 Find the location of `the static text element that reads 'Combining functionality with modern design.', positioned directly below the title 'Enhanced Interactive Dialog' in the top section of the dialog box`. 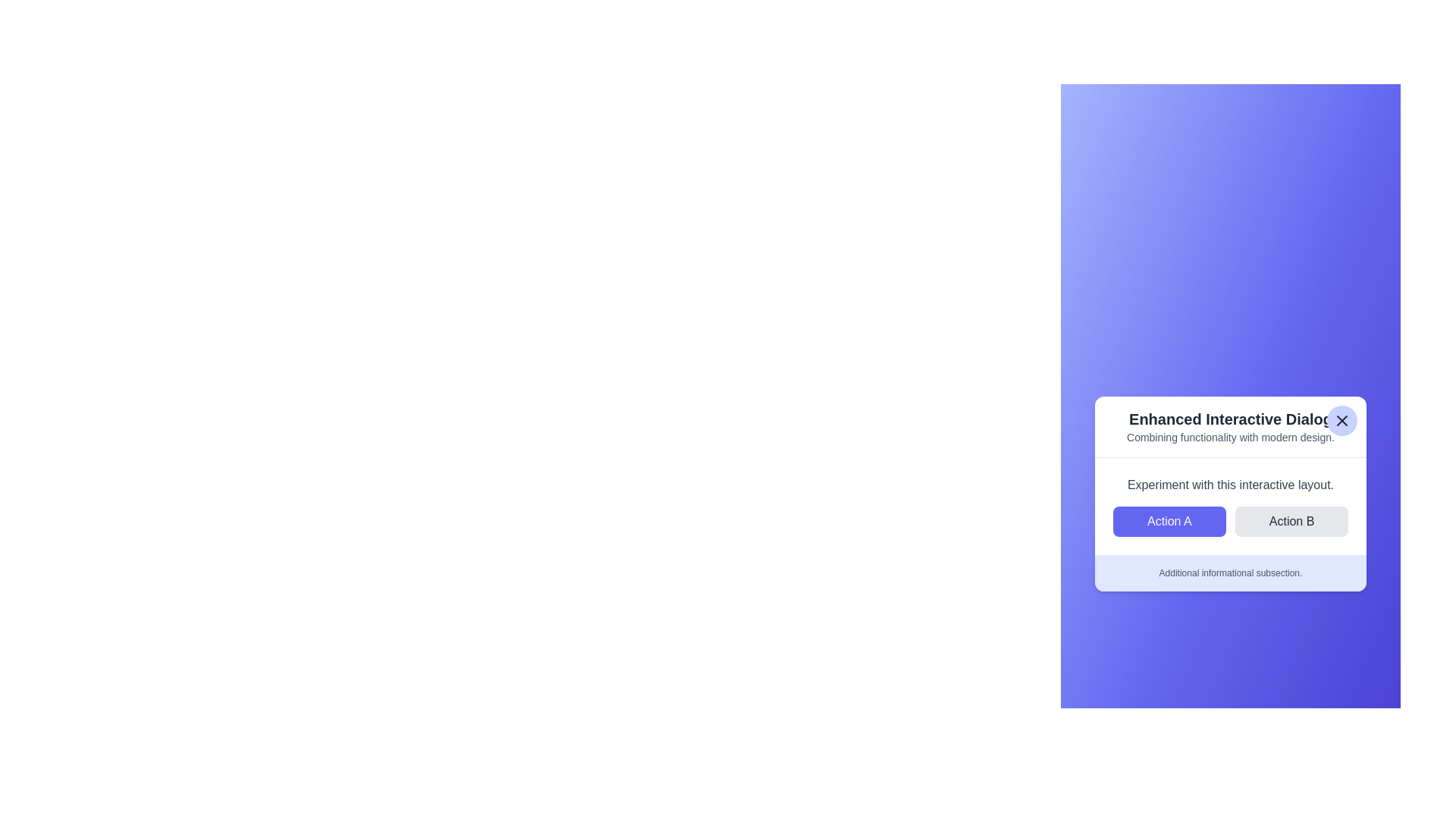

the static text element that reads 'Combining functionality with modern design.', positioned directly below the title 'Enhanced Interactive Dialog' in the top section of the dialog box is located at coordinates (1230, 437).